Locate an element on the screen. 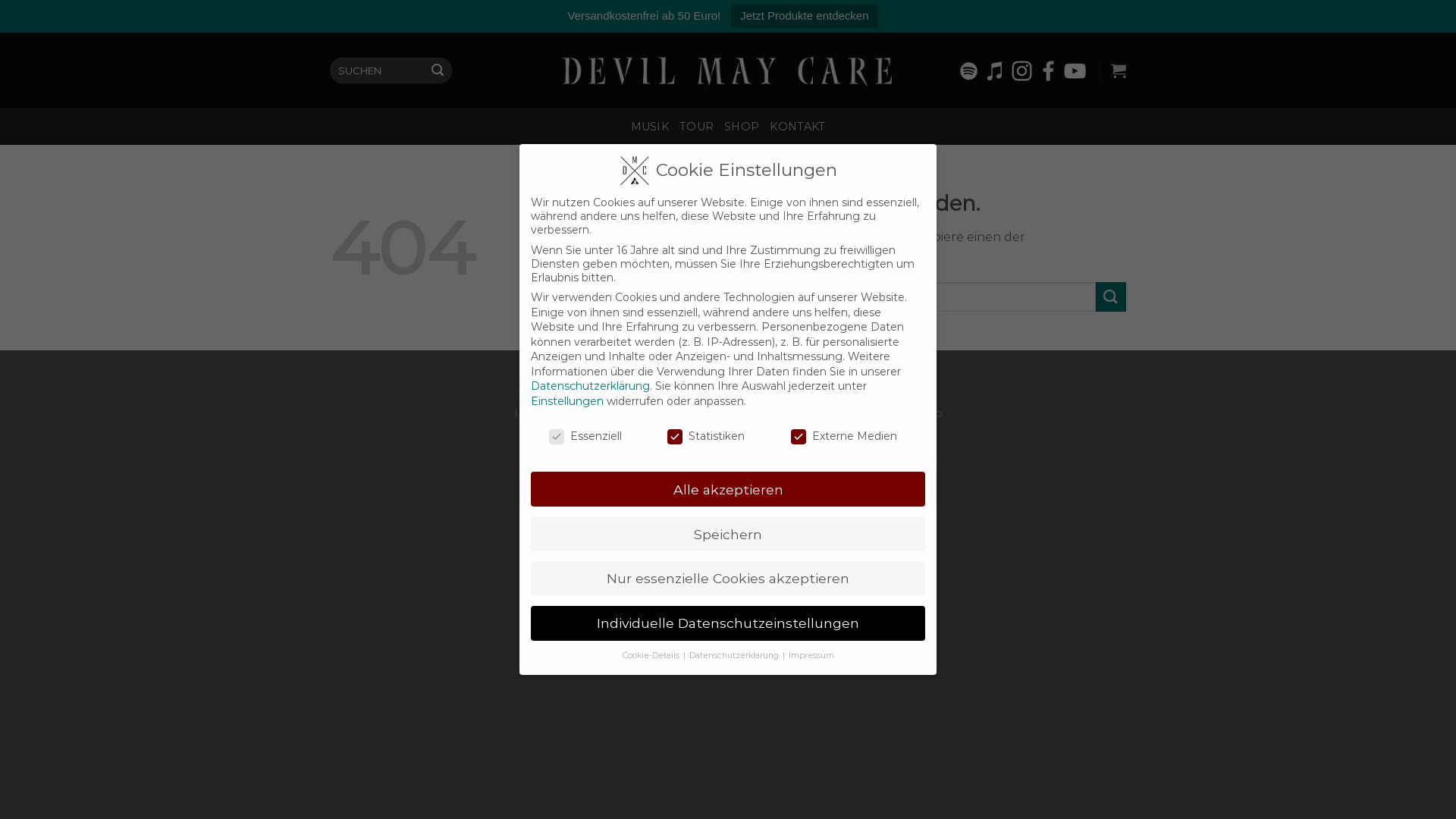 This screenshot has height=819, width=1456. 'Alle akzeptieren' is located at coordinates (728, 488).